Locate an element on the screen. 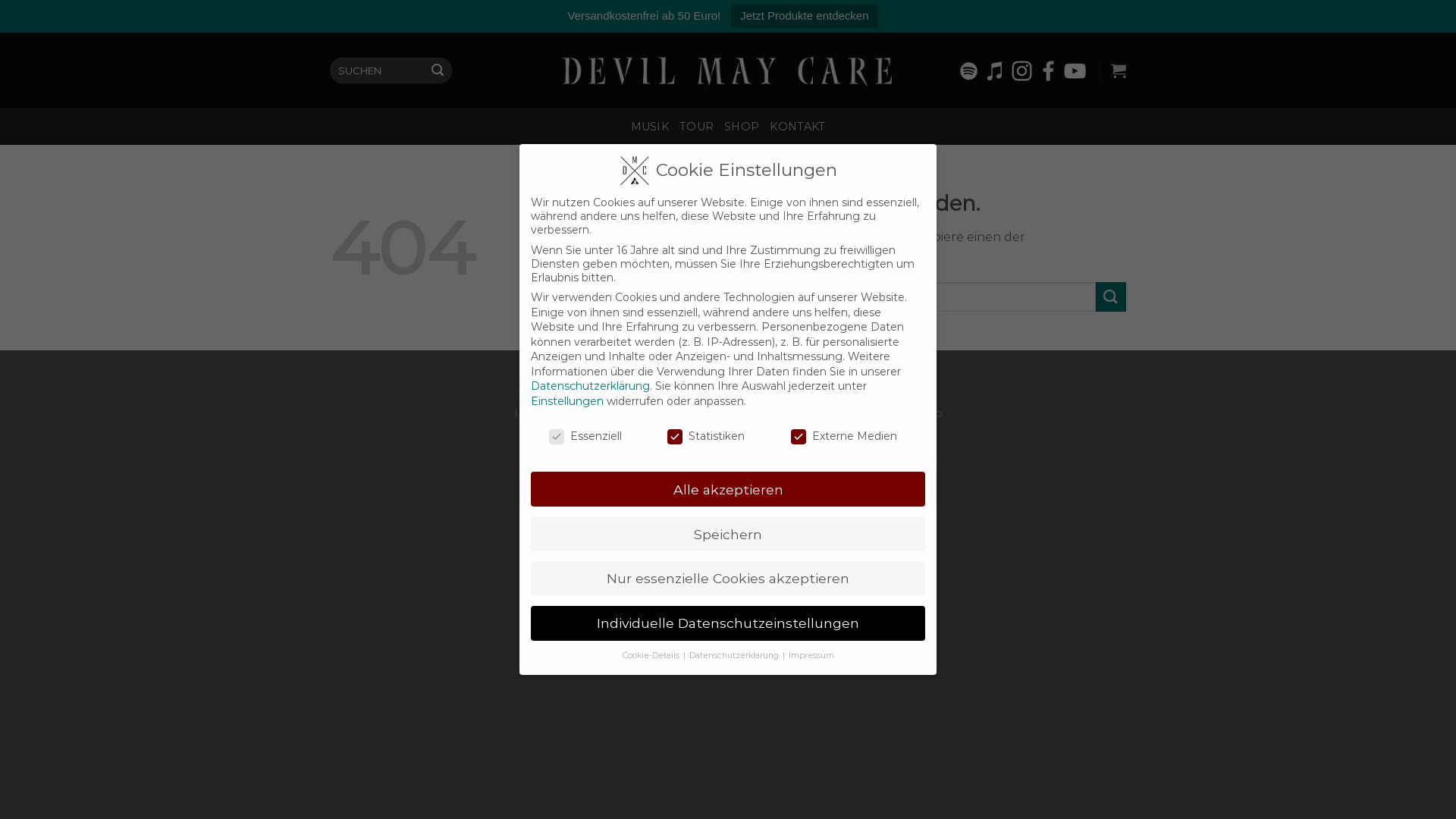 This screenshot has height=819, width=1456. 'Alle akzeptieren' is located at coordinates (728, 488).